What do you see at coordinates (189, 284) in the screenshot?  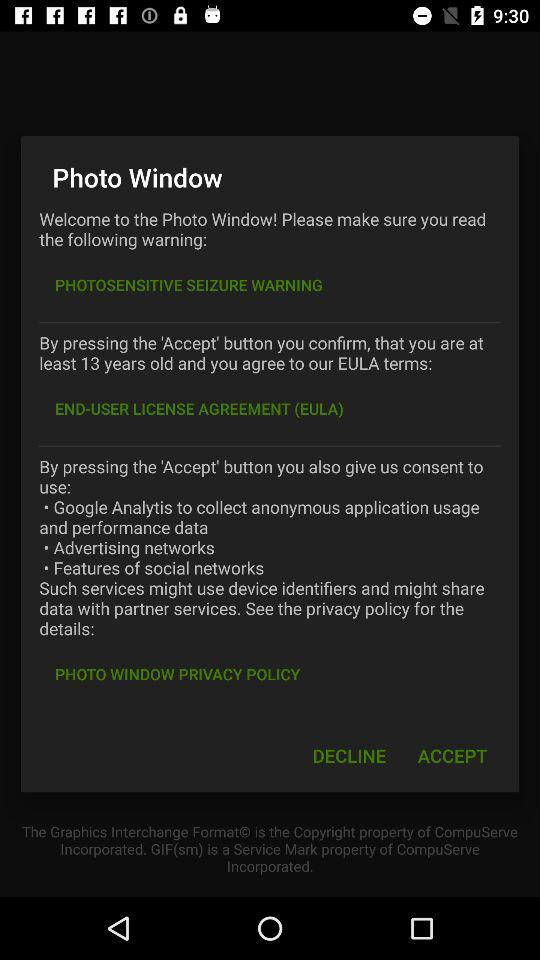 I see `photosensitive seizure warning item` at bounding box center [189, 284].